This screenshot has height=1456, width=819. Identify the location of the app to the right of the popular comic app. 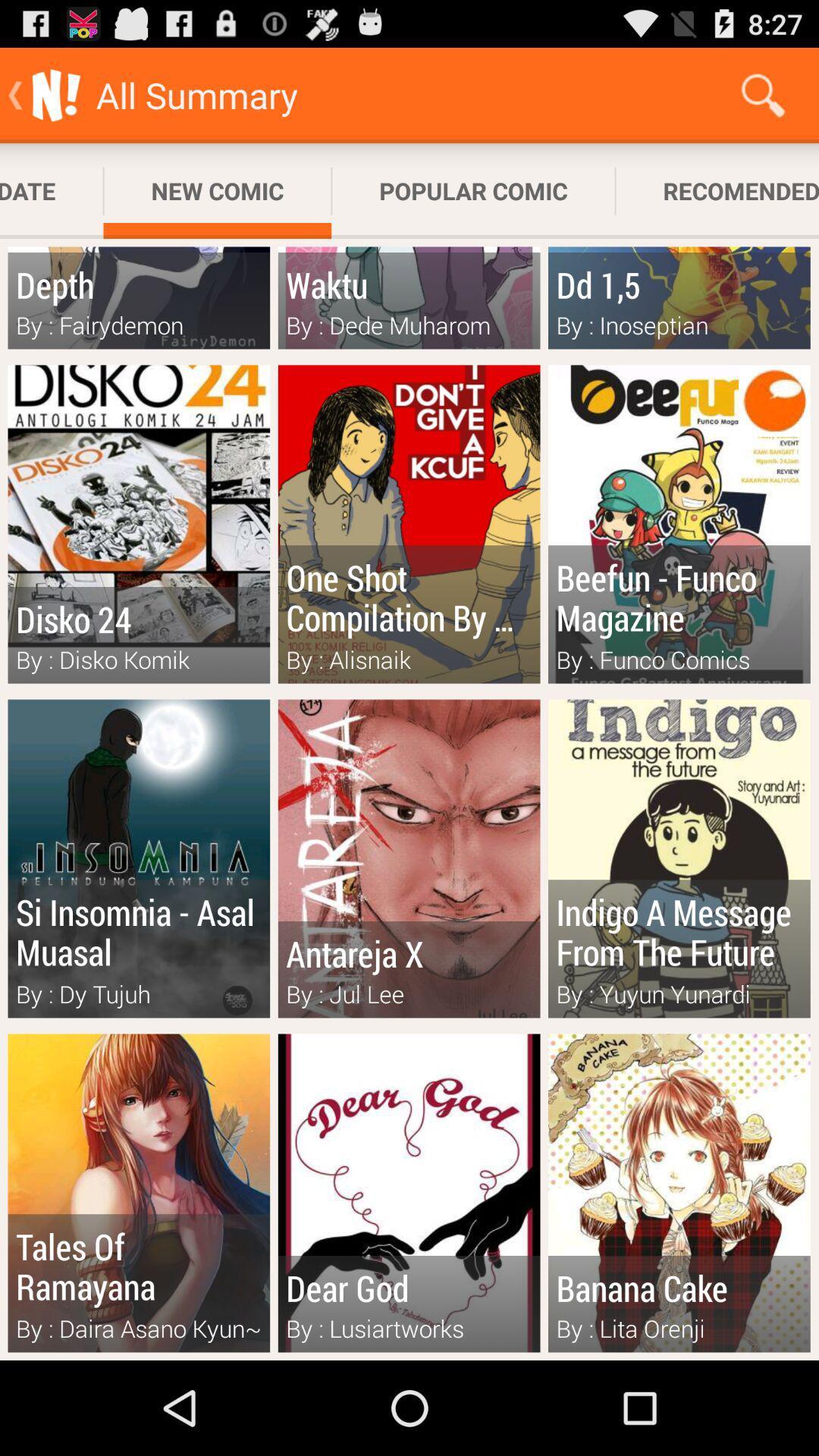
(717, 190).